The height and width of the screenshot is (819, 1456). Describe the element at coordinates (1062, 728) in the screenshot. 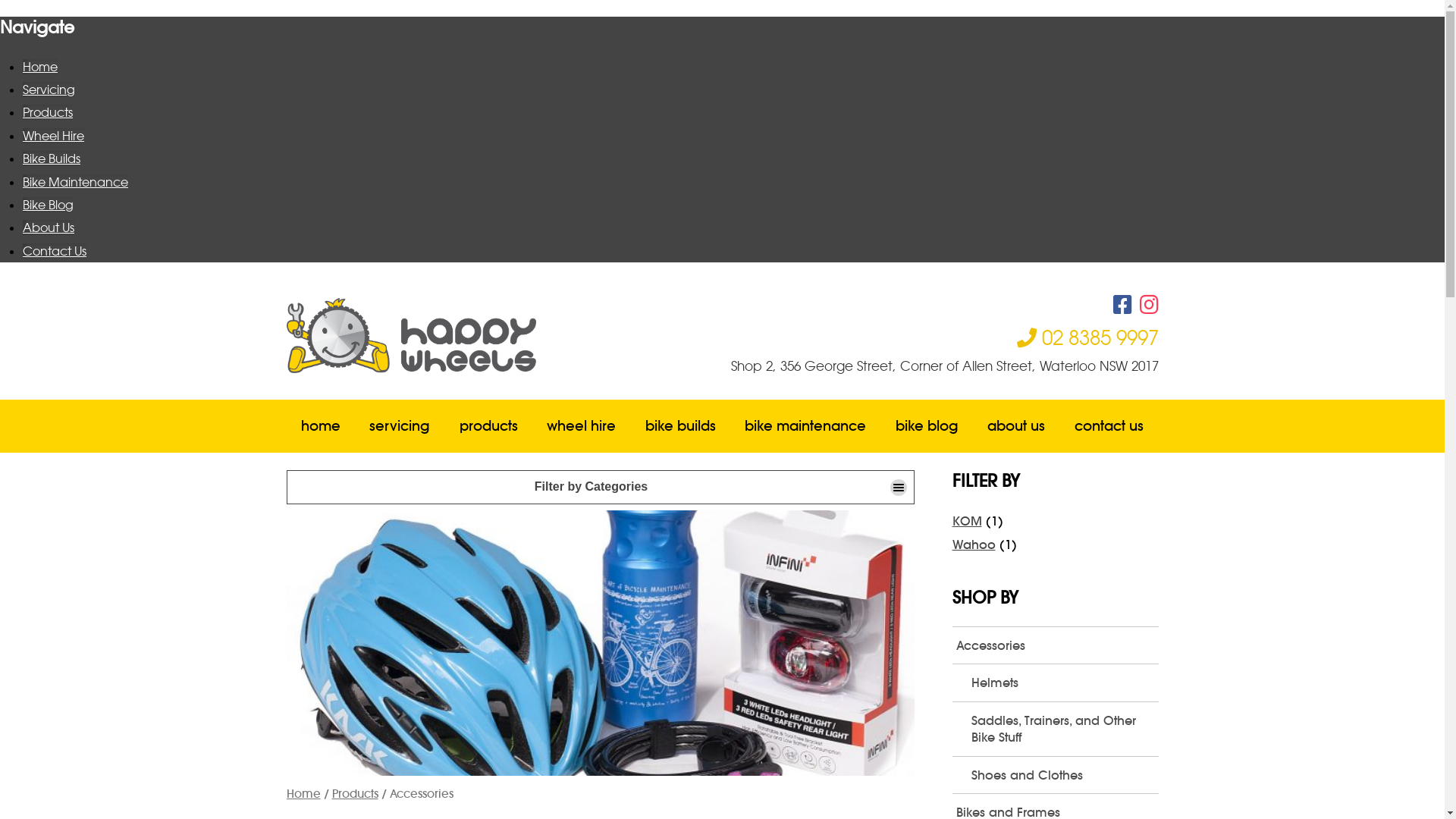

I see `'Saddles, Trainers, and Other Bike Stuff'` at that location.